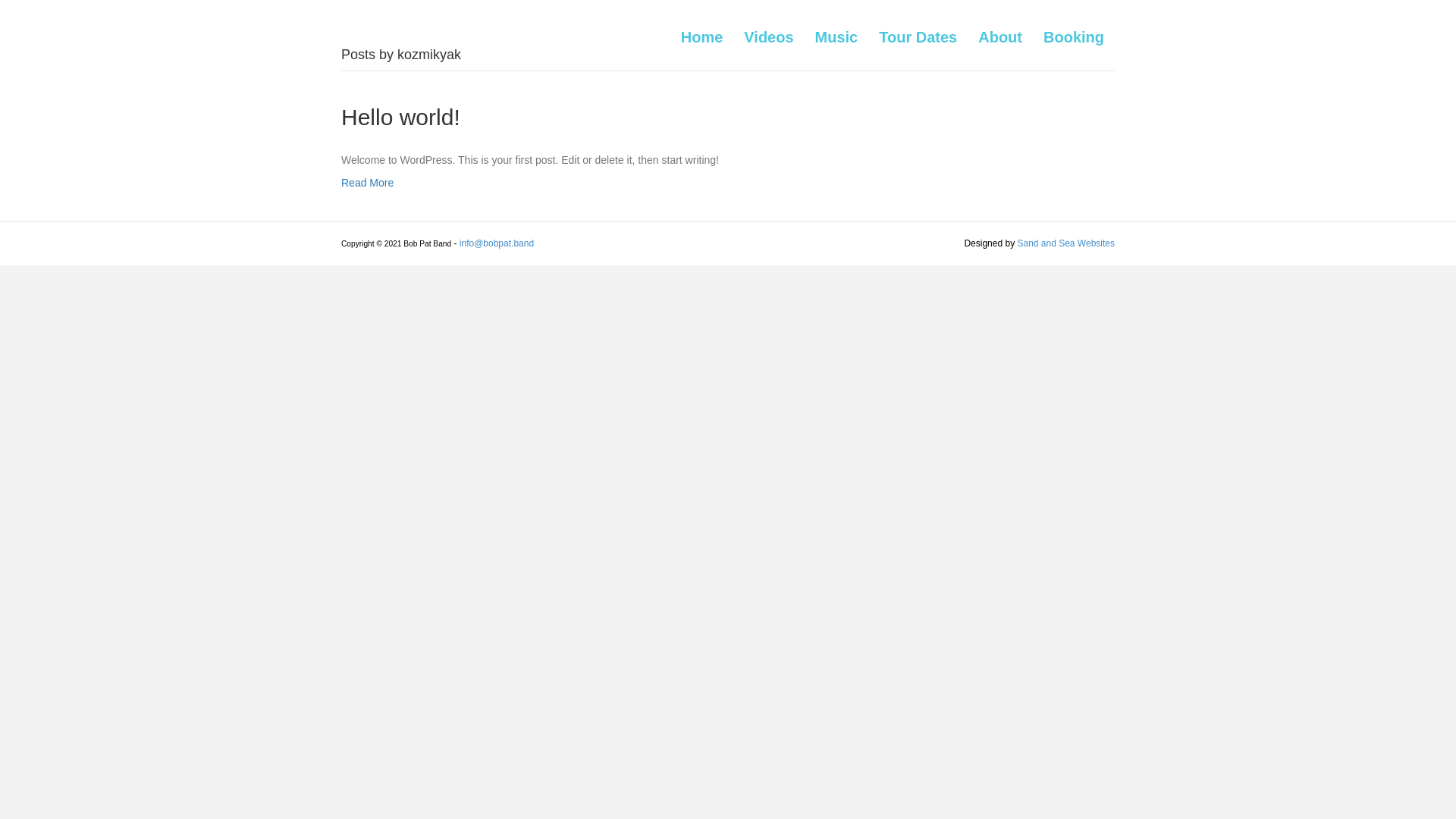 The height and width of the screenshot is (819, 1456). What do you see at coordinates (701, 36) in the screenshot?
I see `'Home'` at bounding box center [701, 36].